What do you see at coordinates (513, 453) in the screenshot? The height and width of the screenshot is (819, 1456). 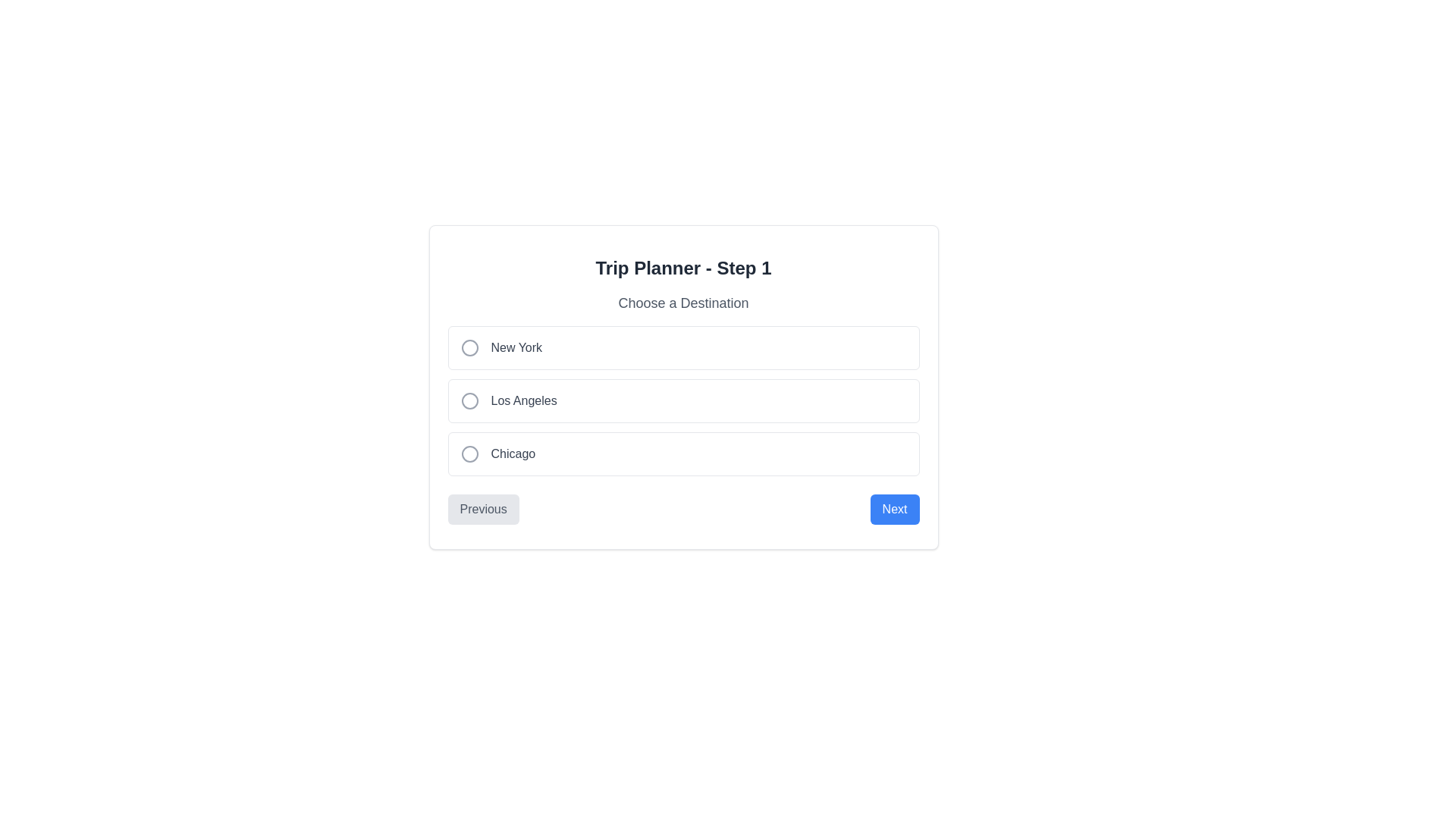 I see `the static text that labels the 'Chicago' radio button option in the form, located to the right of the circular icon` at bounding box center [513, 453].